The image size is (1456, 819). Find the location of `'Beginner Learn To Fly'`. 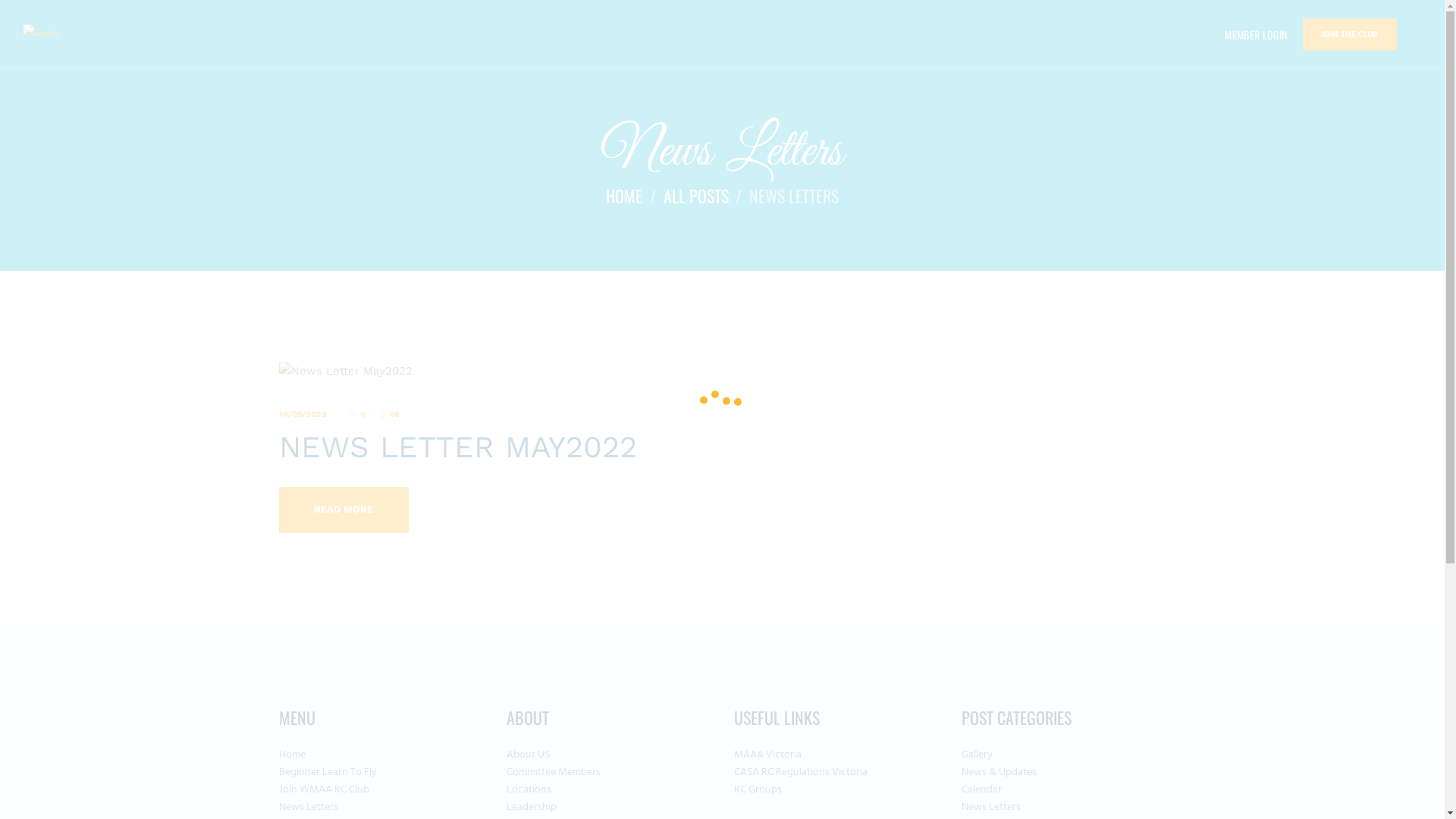

'Beginner Learn To Fly' is located at coordinates (279, 772).